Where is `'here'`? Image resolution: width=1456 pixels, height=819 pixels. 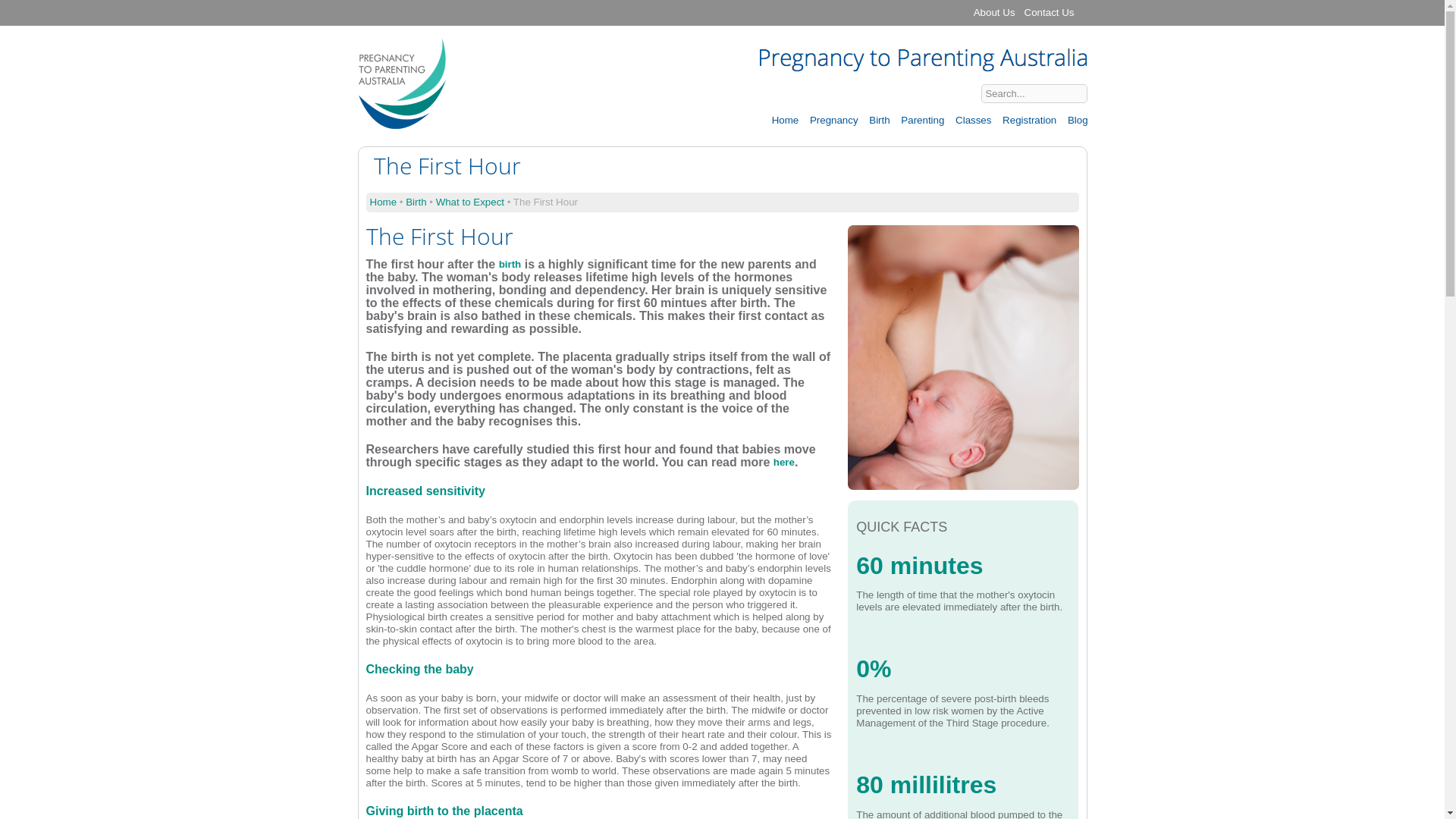
'here' is located at coordinates (783, 461).